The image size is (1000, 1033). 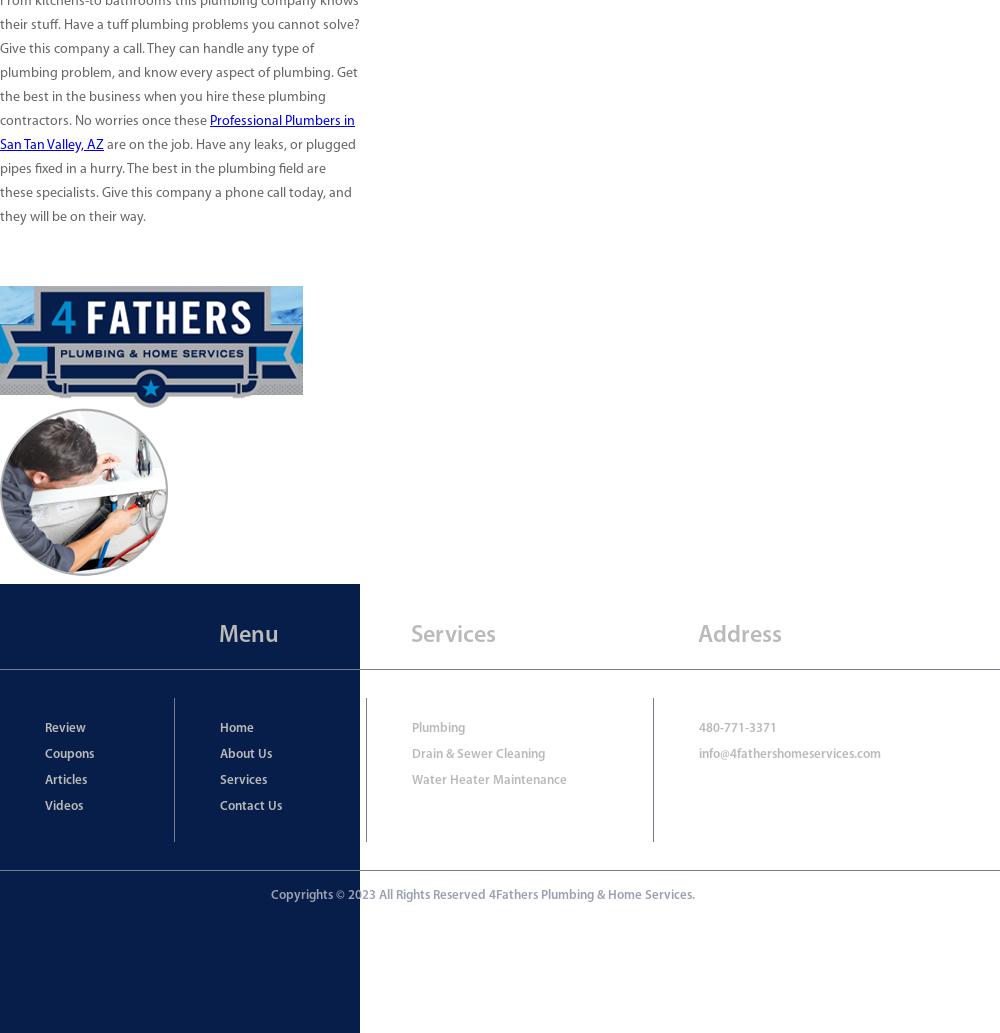 I want to click on '480-771-3371', so click(x=736, y=728).